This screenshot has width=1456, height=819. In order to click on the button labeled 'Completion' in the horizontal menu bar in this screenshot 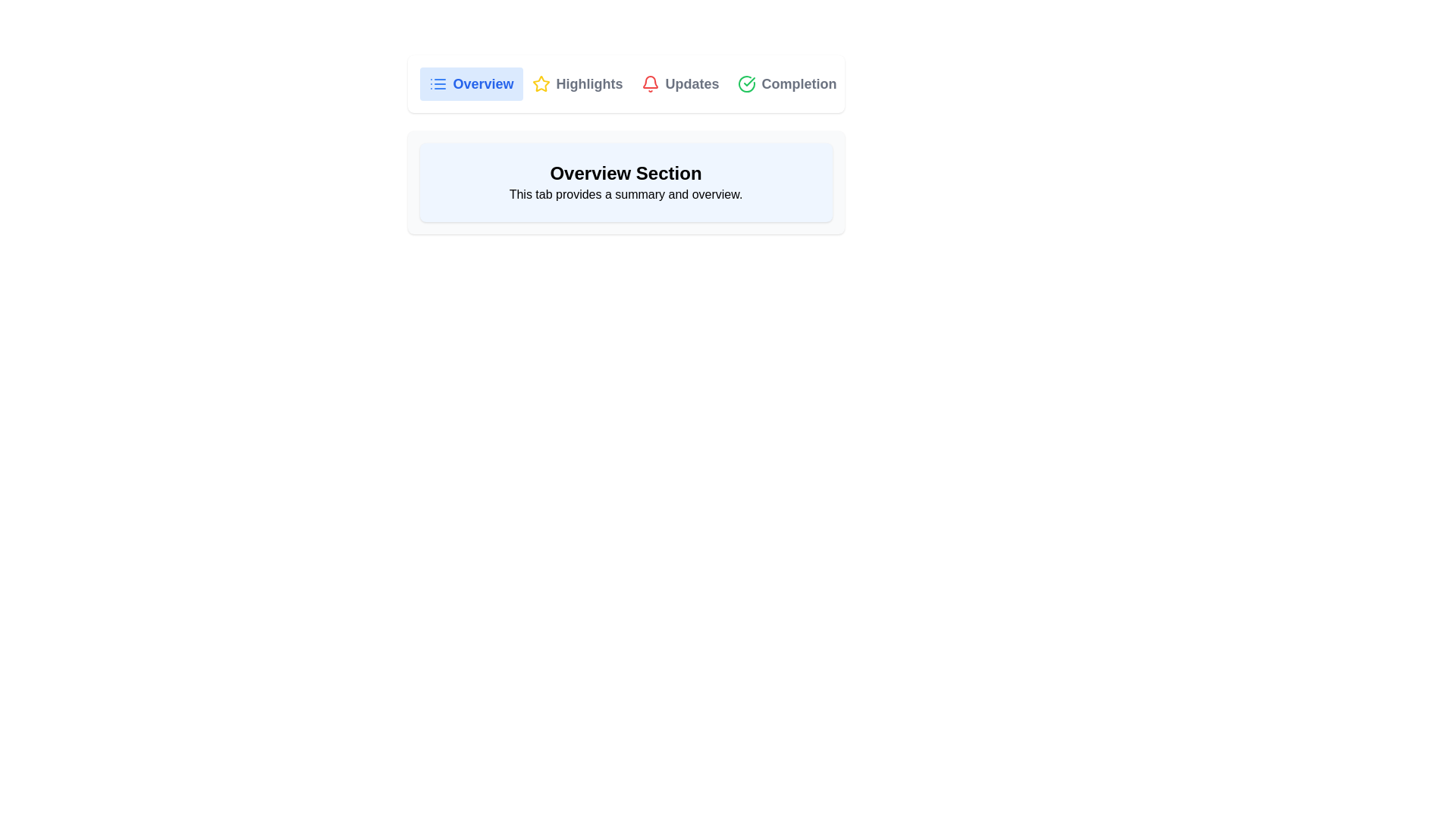, I will do `click(799, 84)`.